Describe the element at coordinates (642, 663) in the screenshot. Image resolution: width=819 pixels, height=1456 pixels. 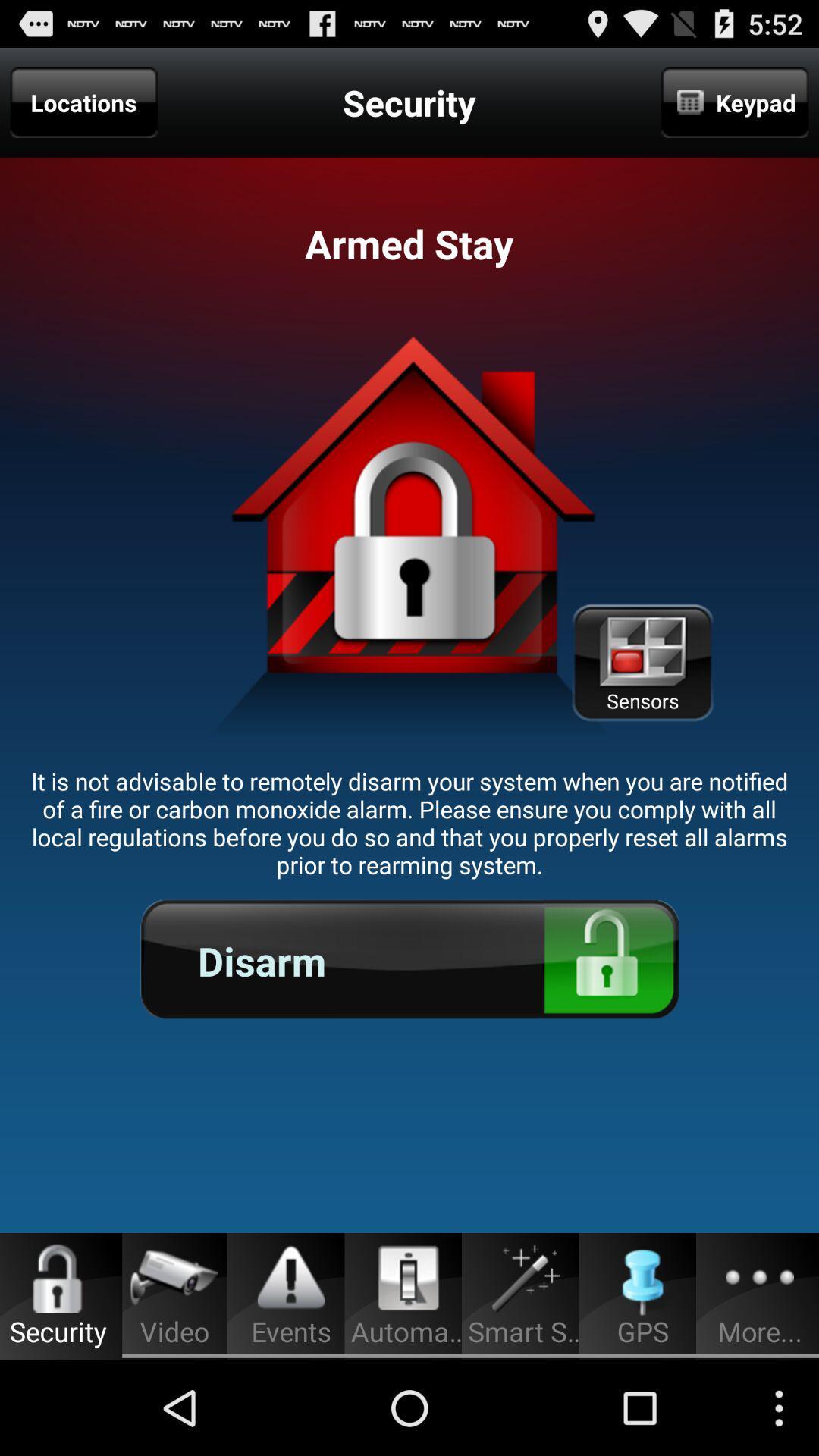
I see `icon on the right` at that location.